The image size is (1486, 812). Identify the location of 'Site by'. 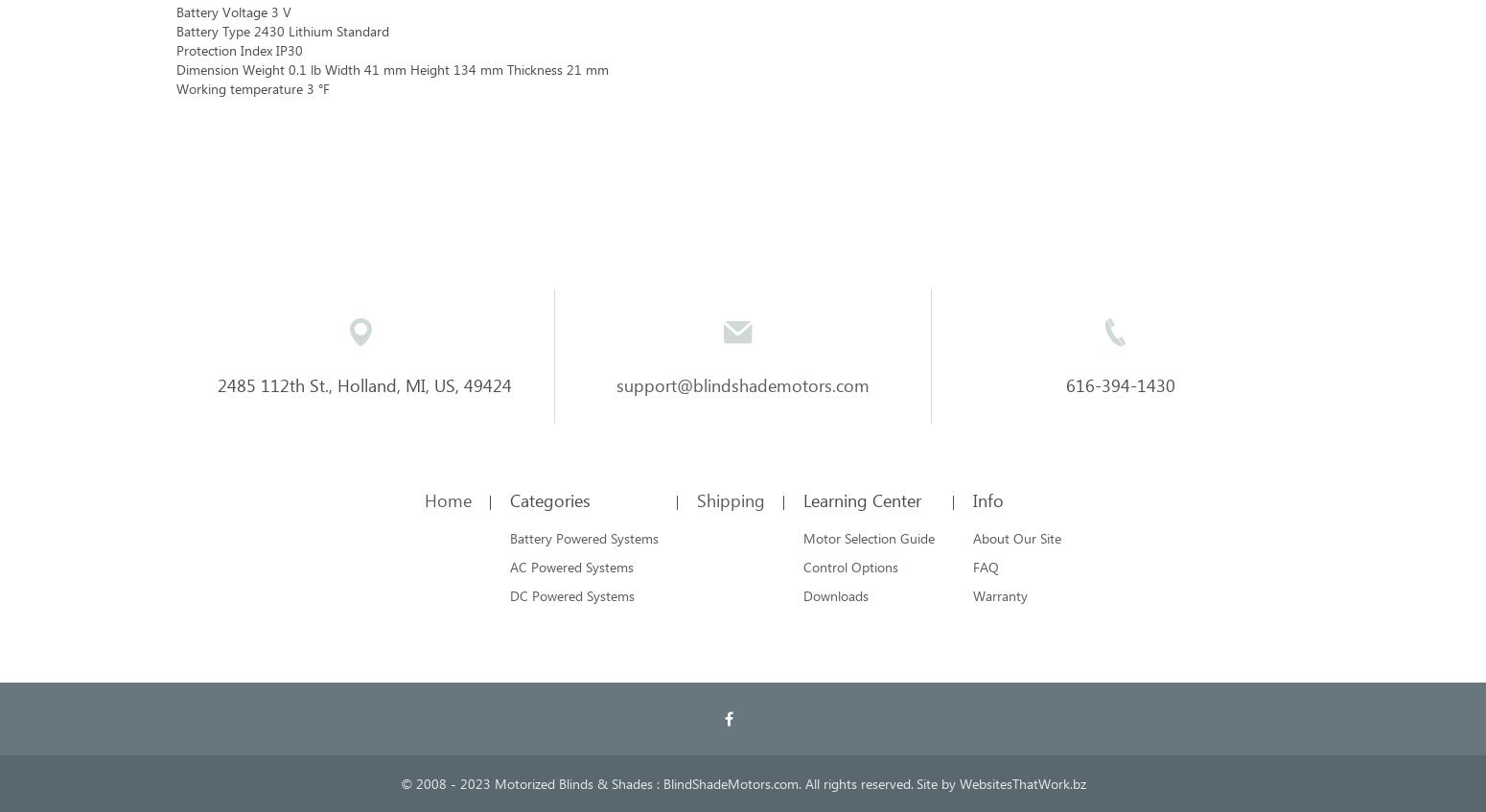
(936, 783).